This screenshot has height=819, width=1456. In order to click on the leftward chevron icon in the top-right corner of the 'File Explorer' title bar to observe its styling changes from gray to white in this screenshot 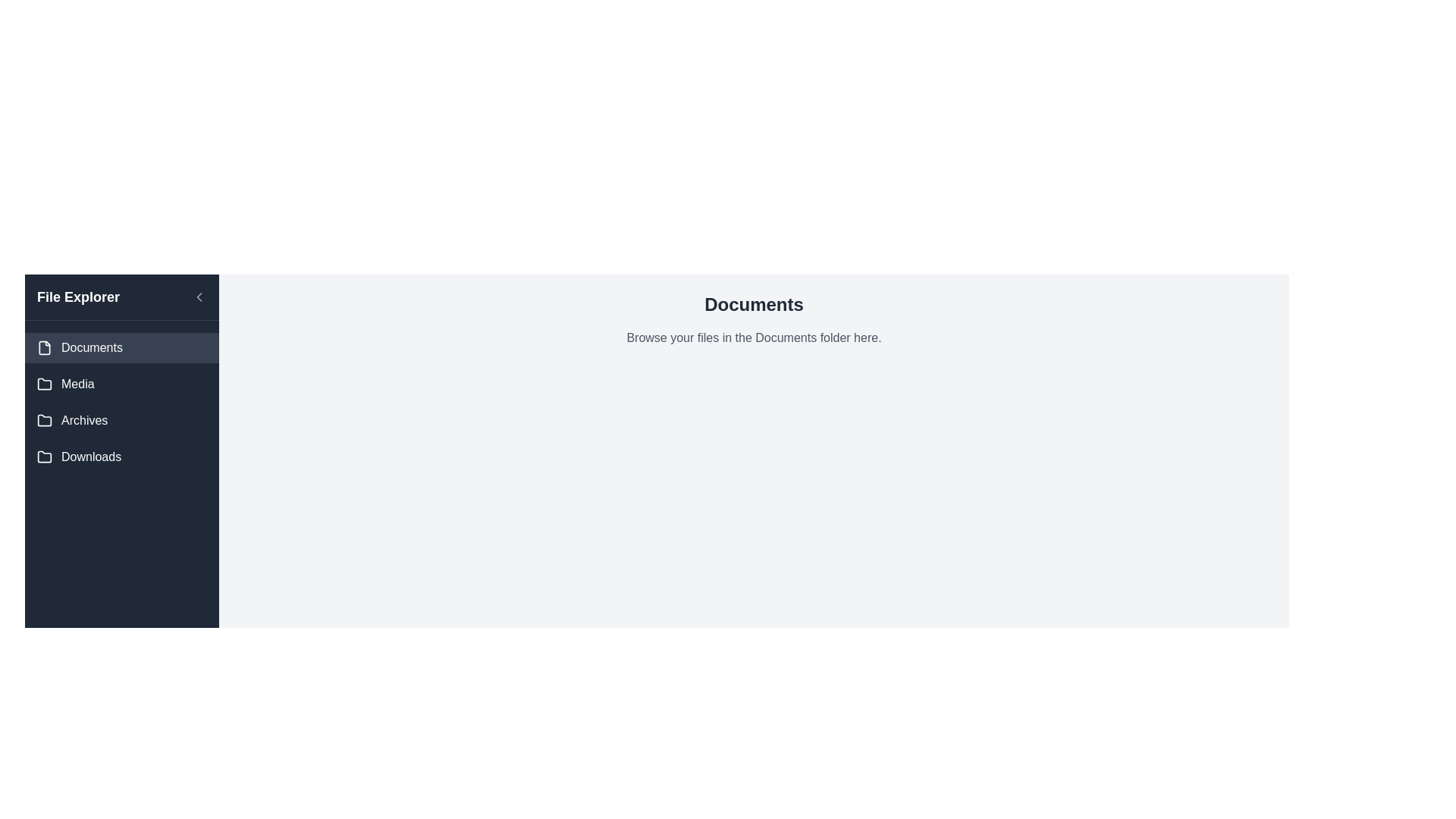, I will do `click(199, 297)`.